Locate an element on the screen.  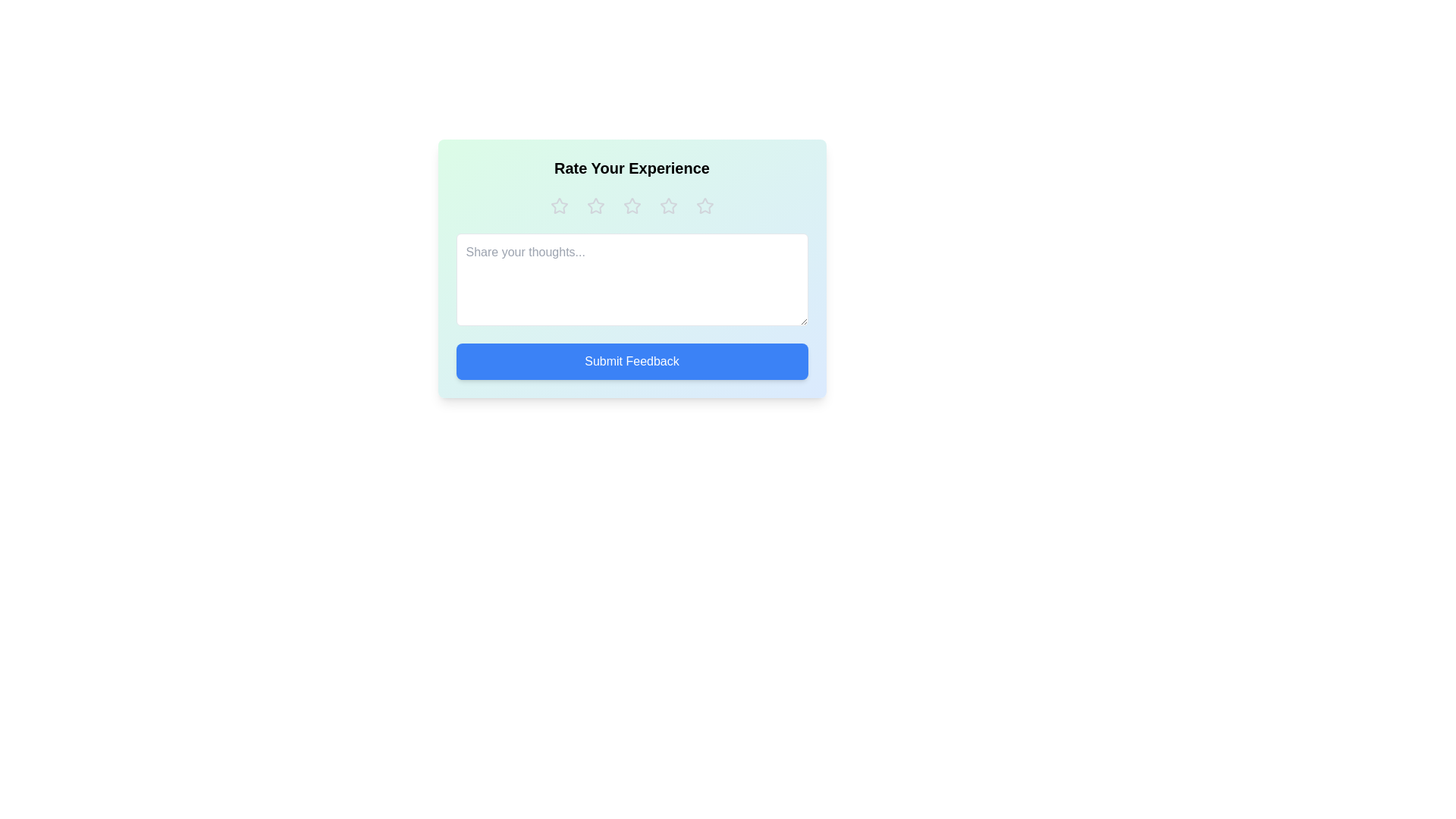
the rating to 5 stars by clicking on the respective star is located at coordinates (704, 206).